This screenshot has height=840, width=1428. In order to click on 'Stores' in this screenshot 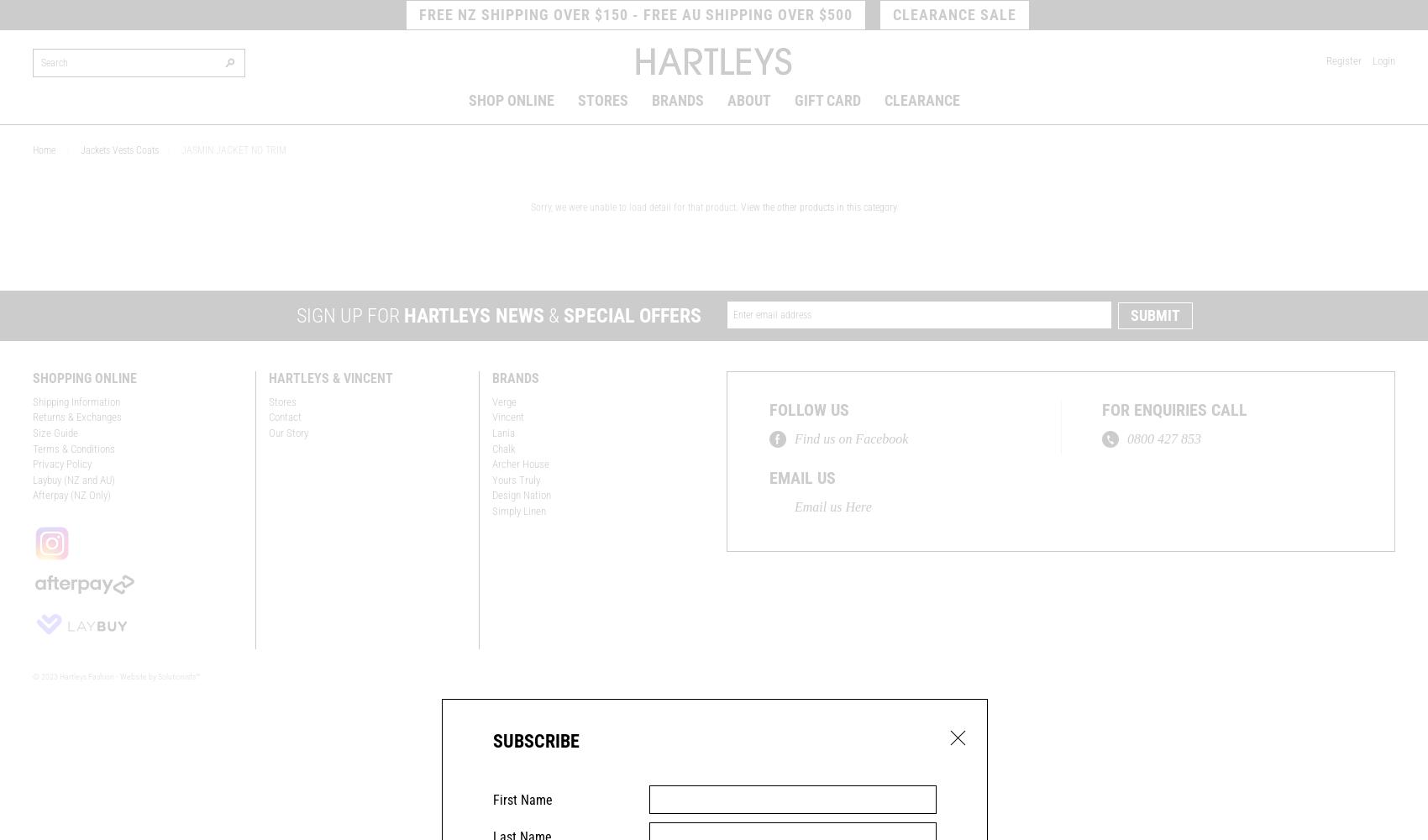, I will do `click(281, 400)`.